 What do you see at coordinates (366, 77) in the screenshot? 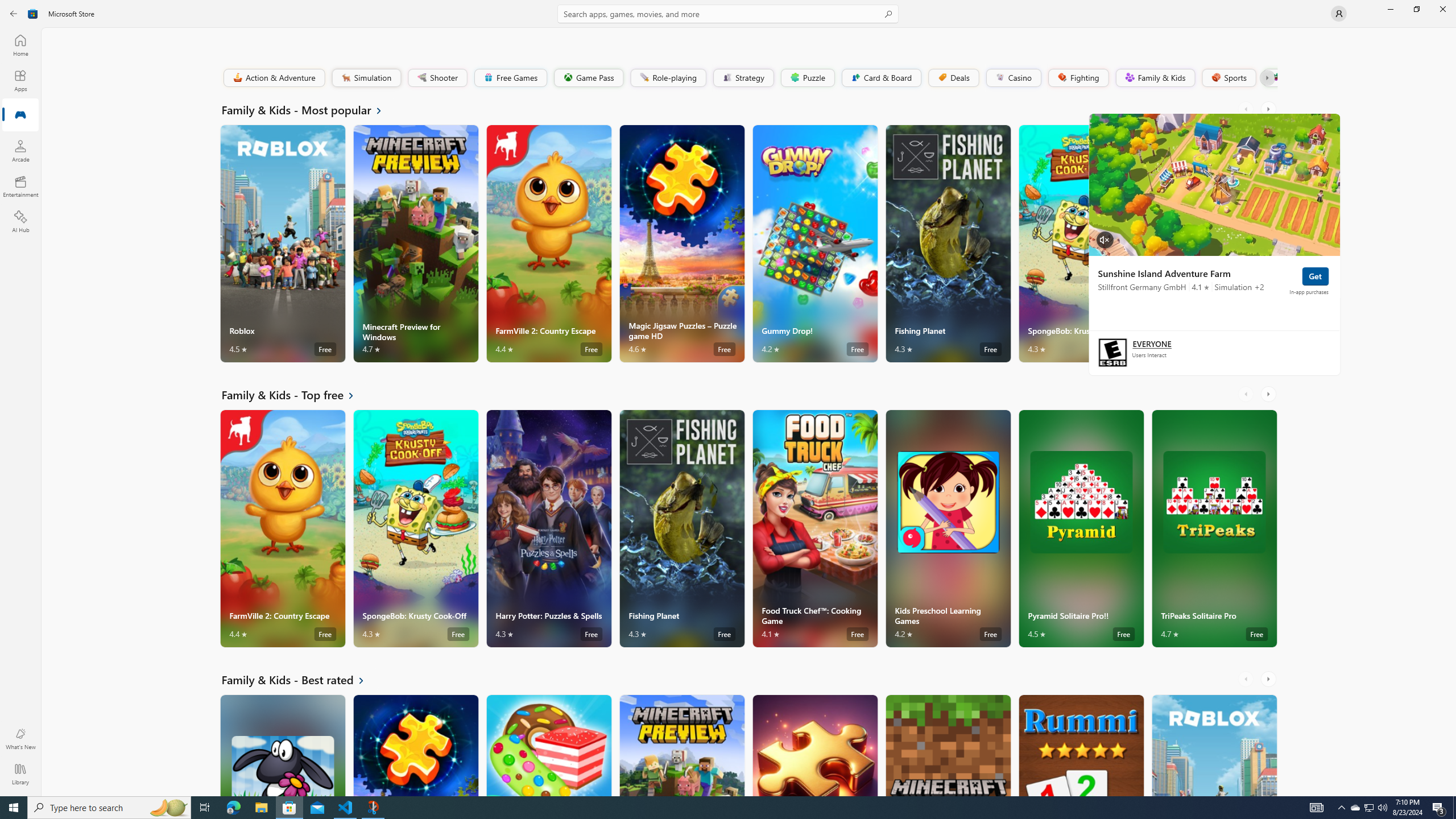
I see `'Simulation'` at bounding box center [366, 77].